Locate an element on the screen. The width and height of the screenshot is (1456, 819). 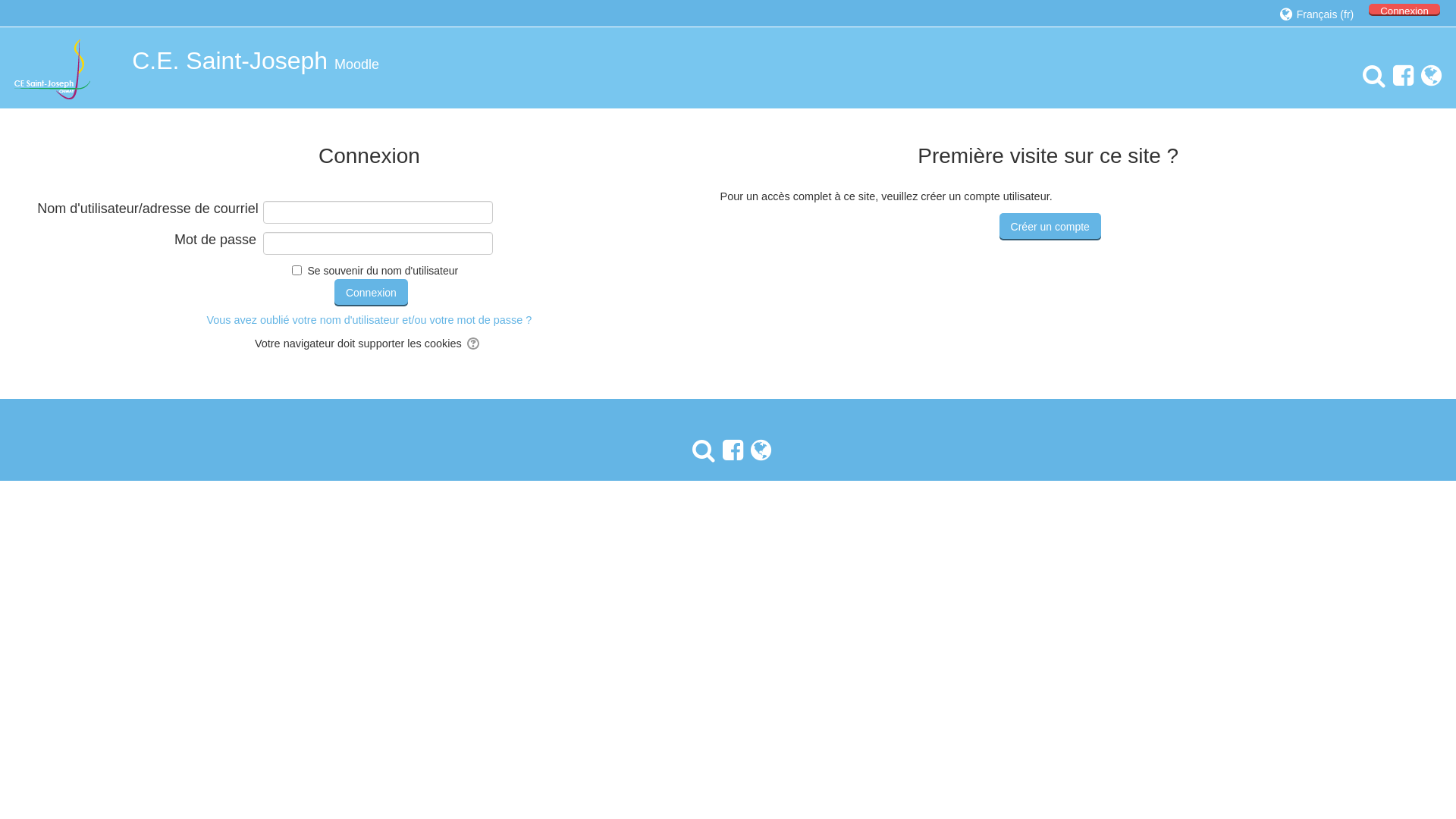
'Connexion' is located at coordinates (371, 292).